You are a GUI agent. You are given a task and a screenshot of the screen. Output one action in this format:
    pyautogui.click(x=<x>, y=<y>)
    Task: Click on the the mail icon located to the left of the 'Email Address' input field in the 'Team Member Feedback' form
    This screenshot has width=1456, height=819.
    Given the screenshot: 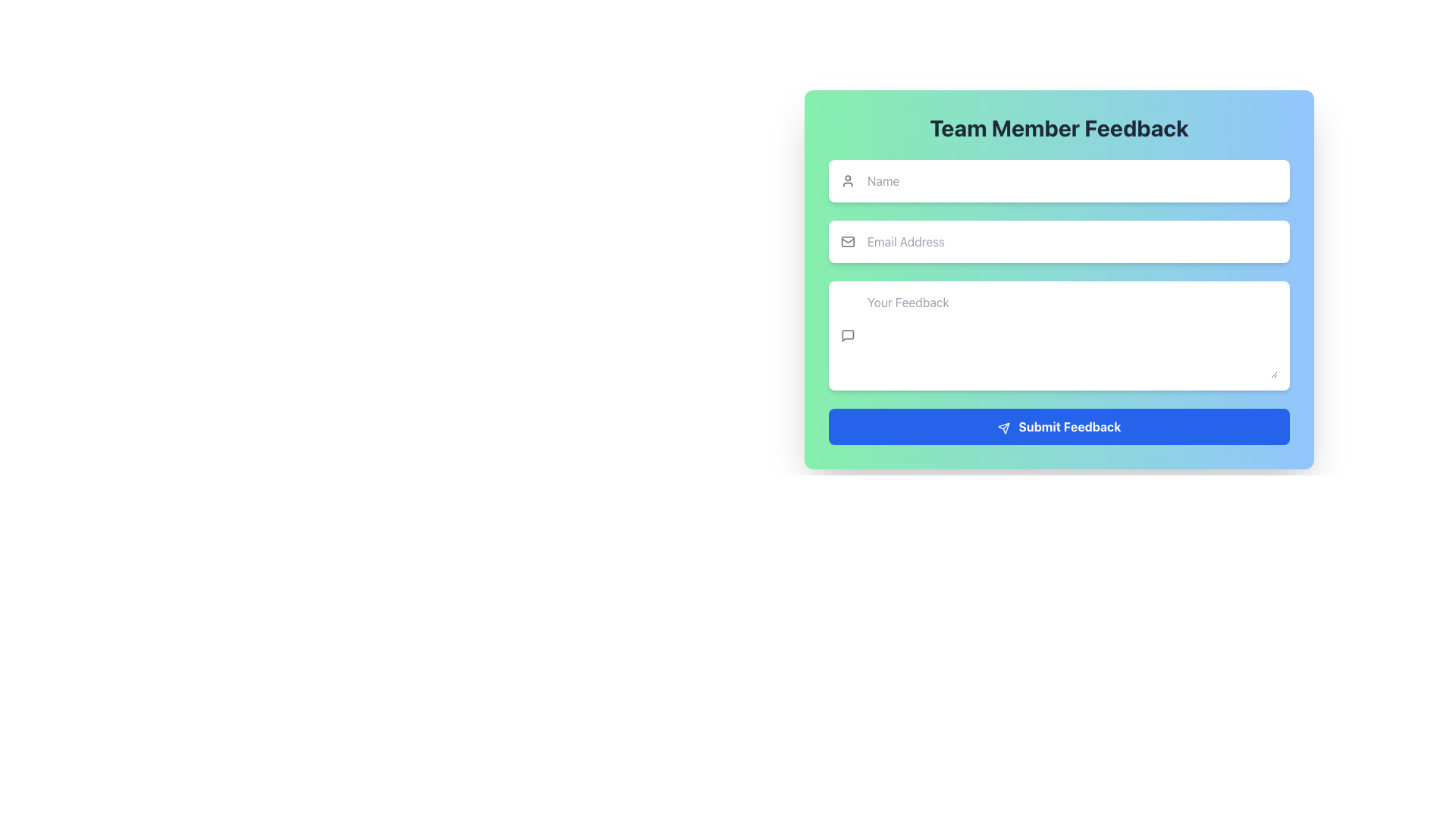 What is the action you would take?
    pyautogui.click(x=847, y=241)
    